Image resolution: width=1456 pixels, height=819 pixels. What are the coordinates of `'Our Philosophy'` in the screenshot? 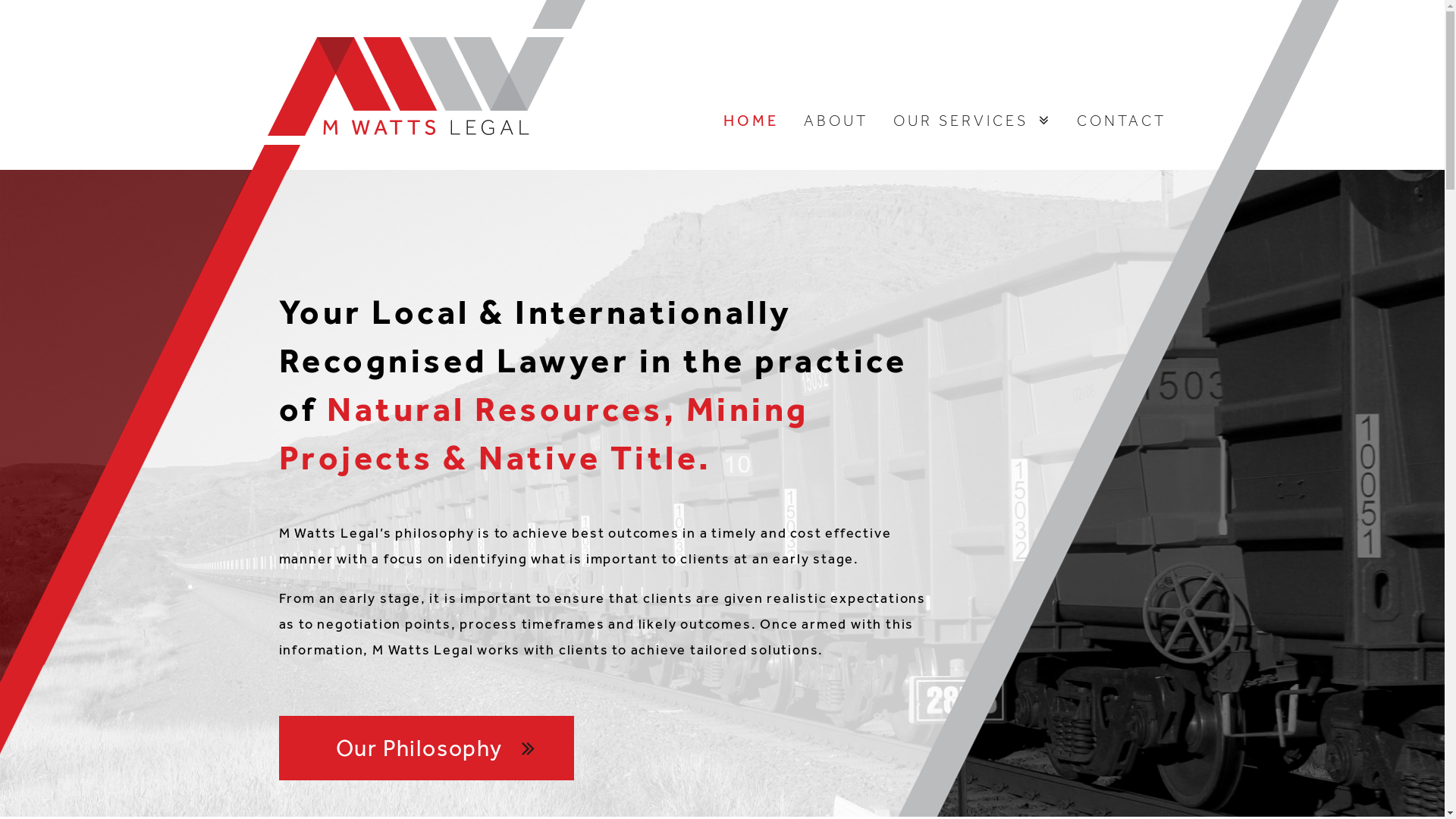 It's located at (425, 747).